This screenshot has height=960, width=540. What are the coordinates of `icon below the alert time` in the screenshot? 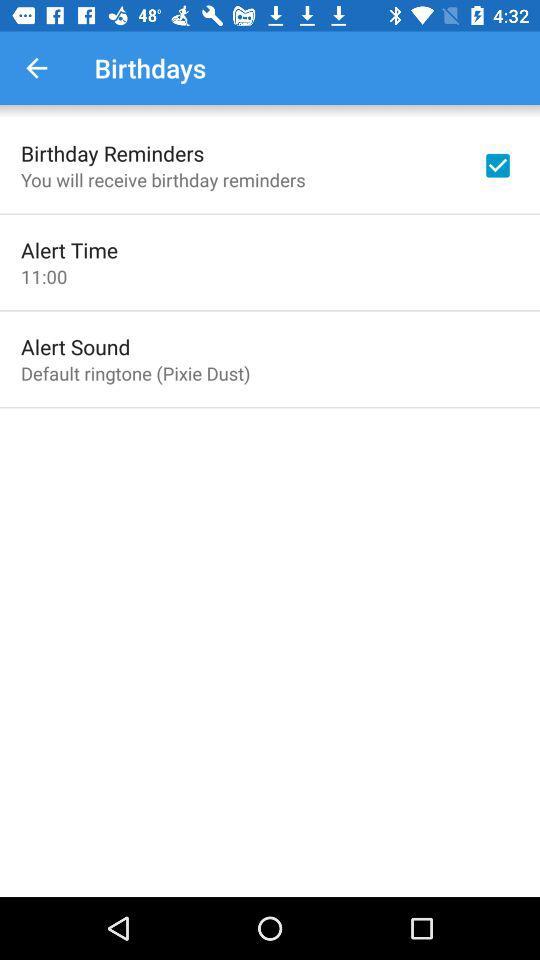 It's located at (44, 275).